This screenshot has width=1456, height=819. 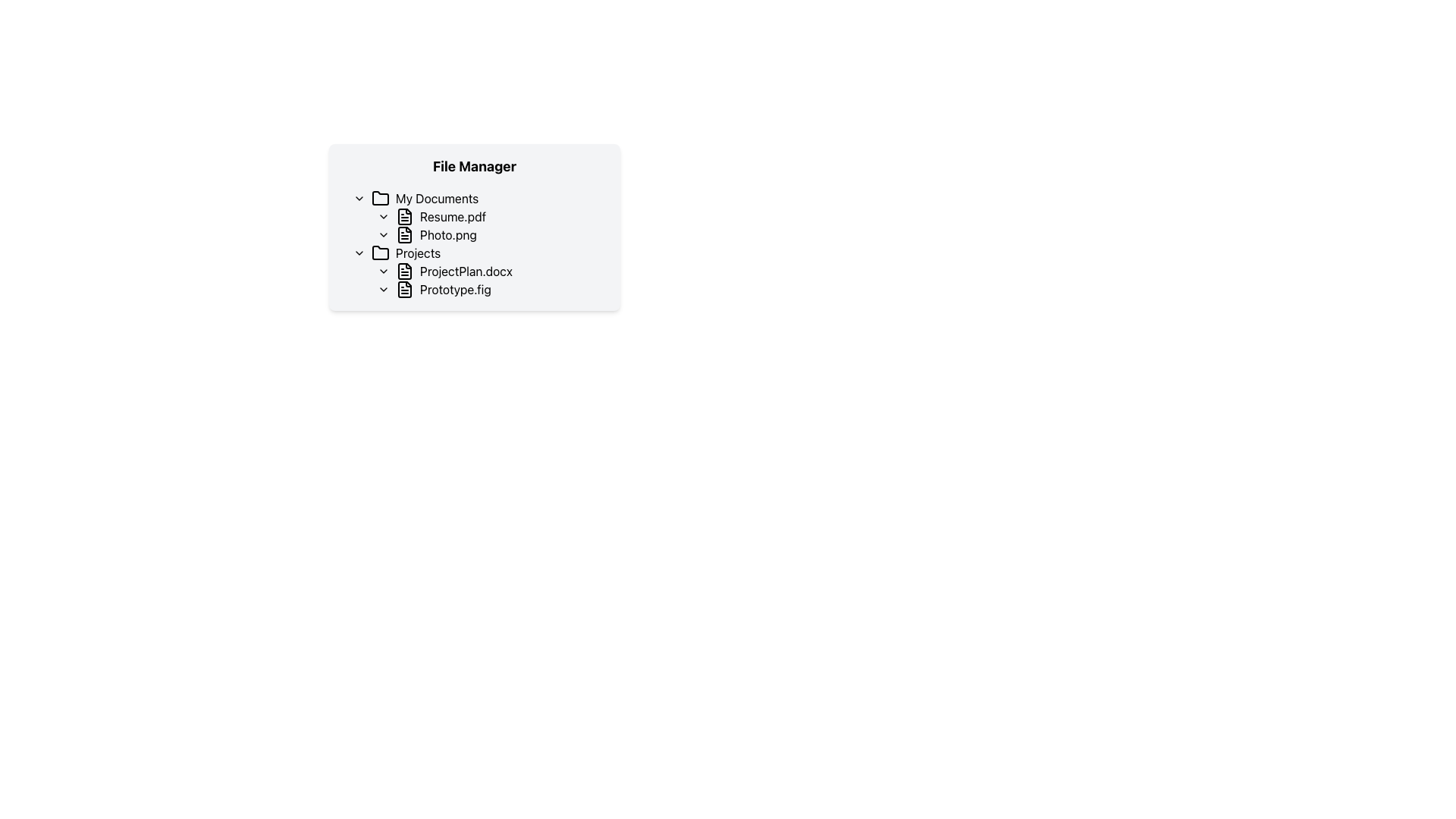 What do you see at coordinates (381, 251) in the screenshot?
I see `the Folder icon representing the 'Projects' folder in the file tree structure, which is positioned immediately before the text label 'Projects'` at bounding box center [381, 251].